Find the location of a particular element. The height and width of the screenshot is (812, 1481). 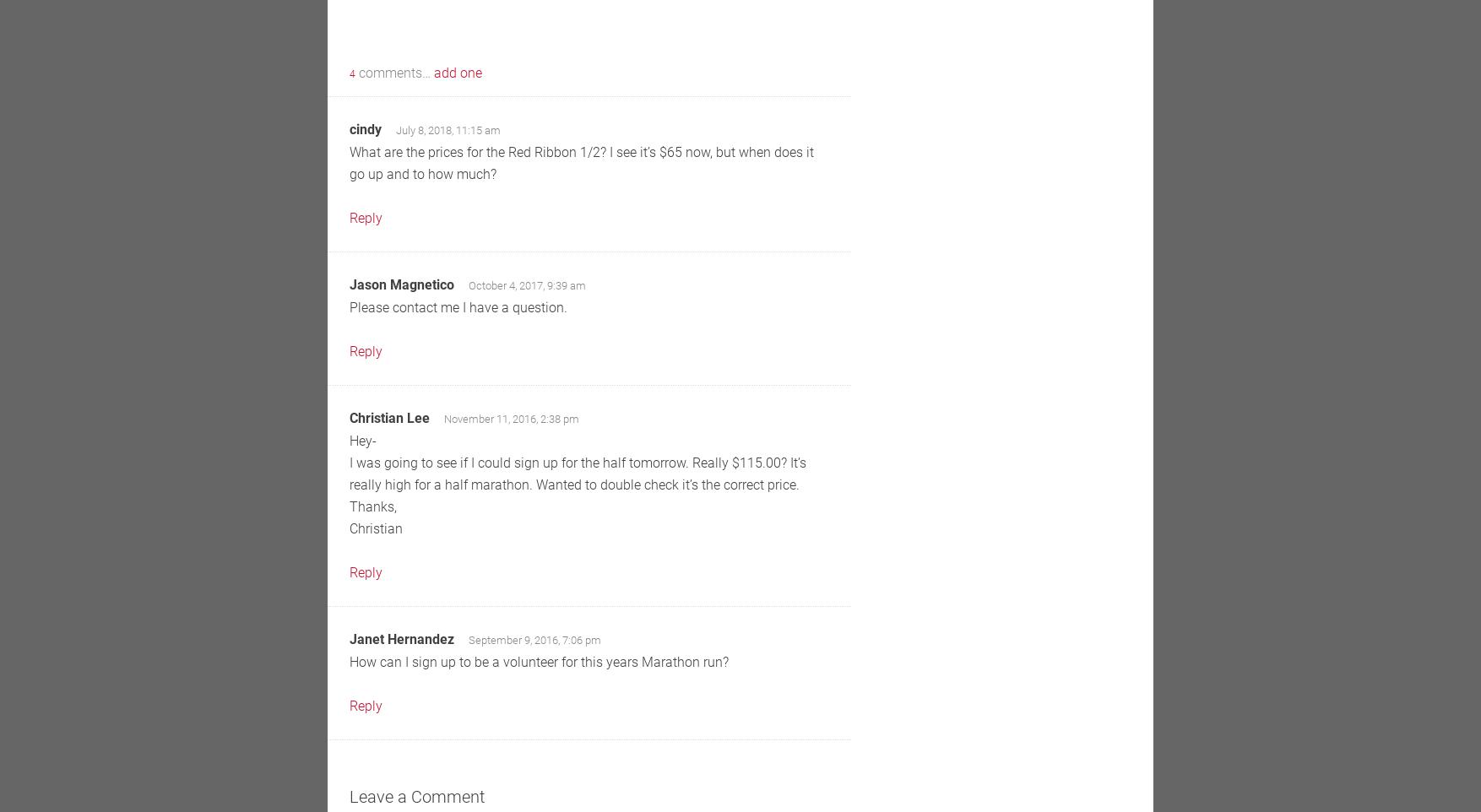

'September 9, 2016, 7:06 pm' is located at coordinates (534, 640).